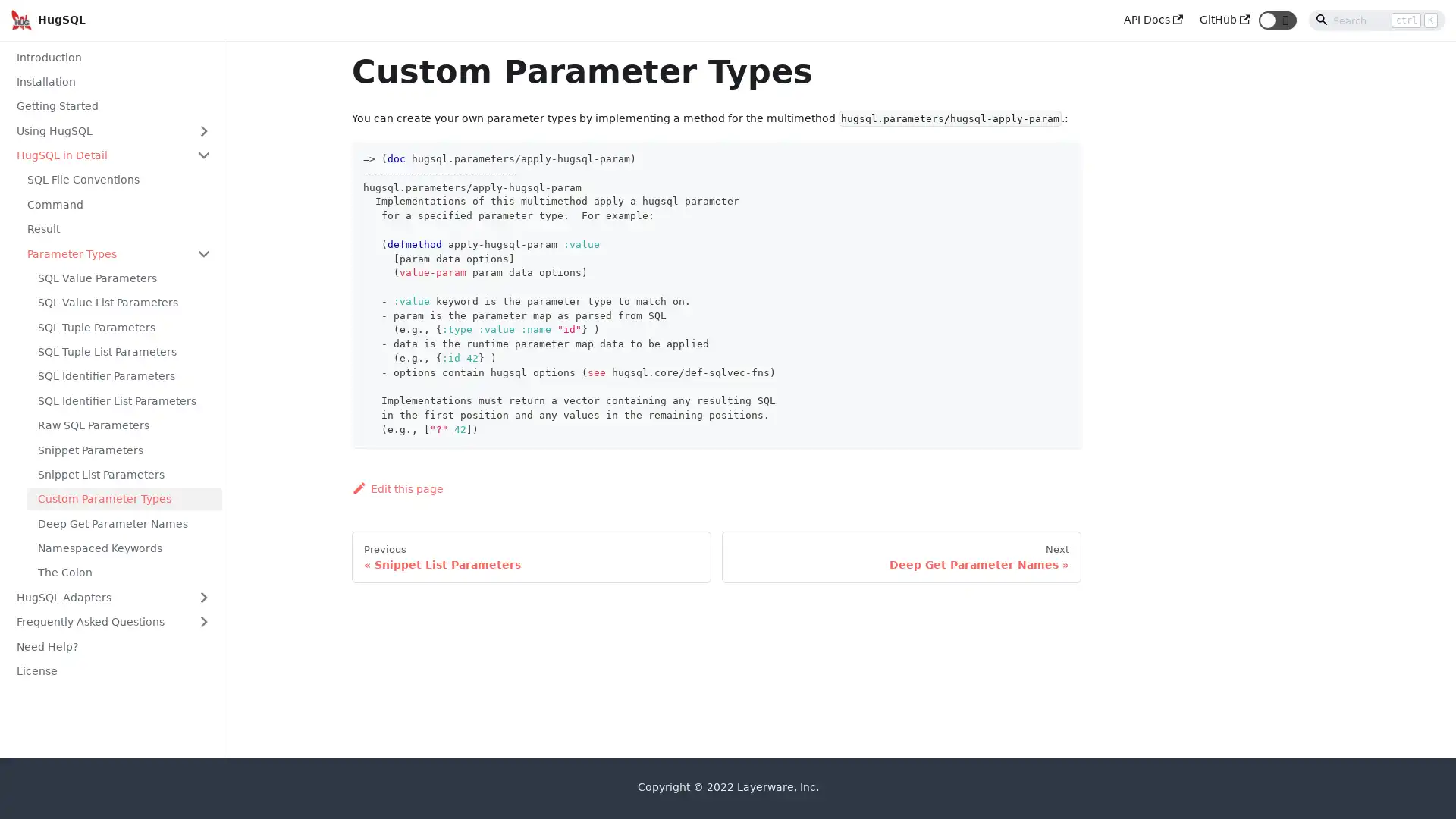  I want to click on Toggle the collapsible sidebar category 'HugSQL Adapters', so click(202, 596).